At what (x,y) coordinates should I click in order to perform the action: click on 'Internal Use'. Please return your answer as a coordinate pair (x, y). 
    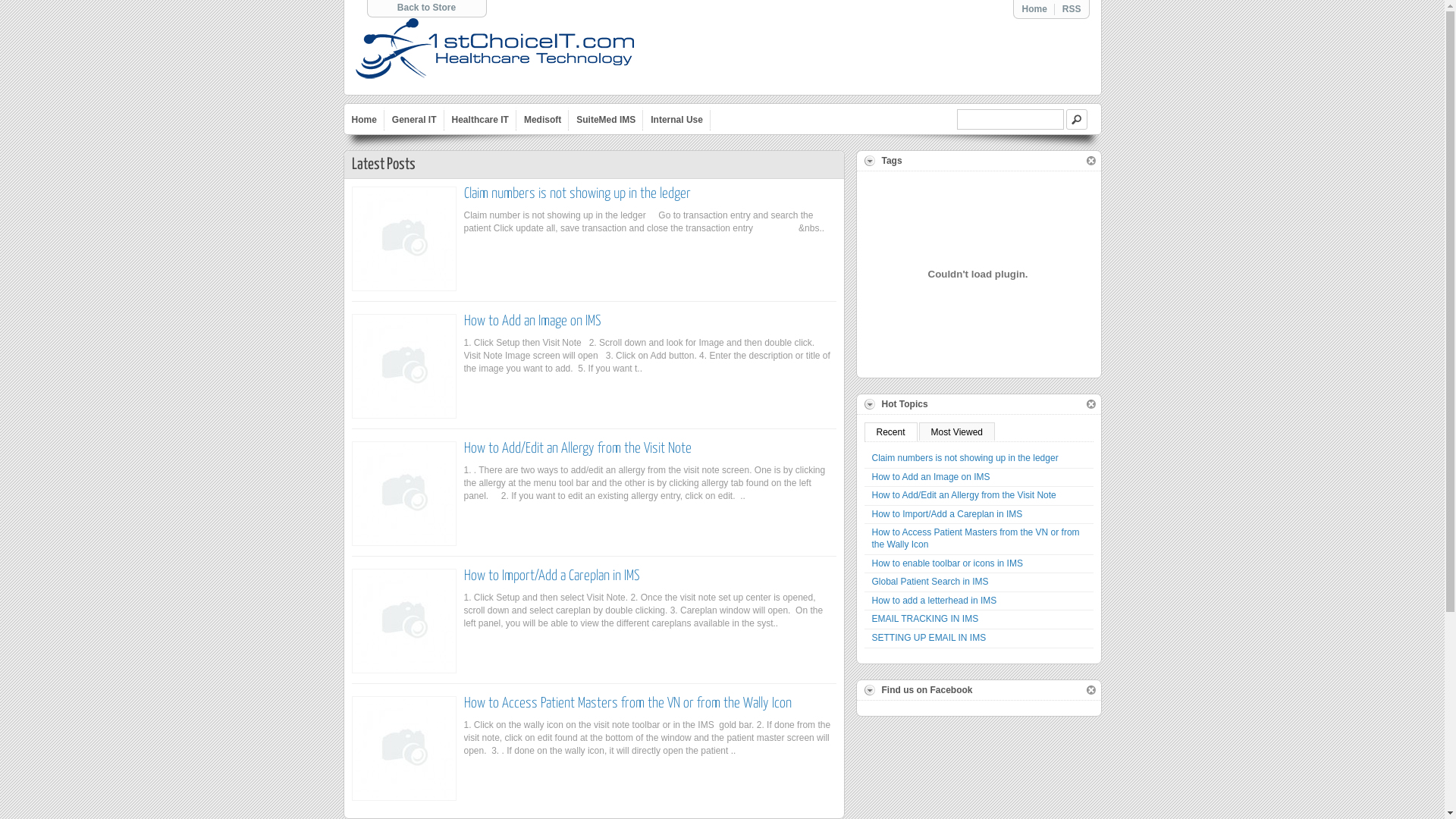
    Looking at the image, I should click on (676, 118).